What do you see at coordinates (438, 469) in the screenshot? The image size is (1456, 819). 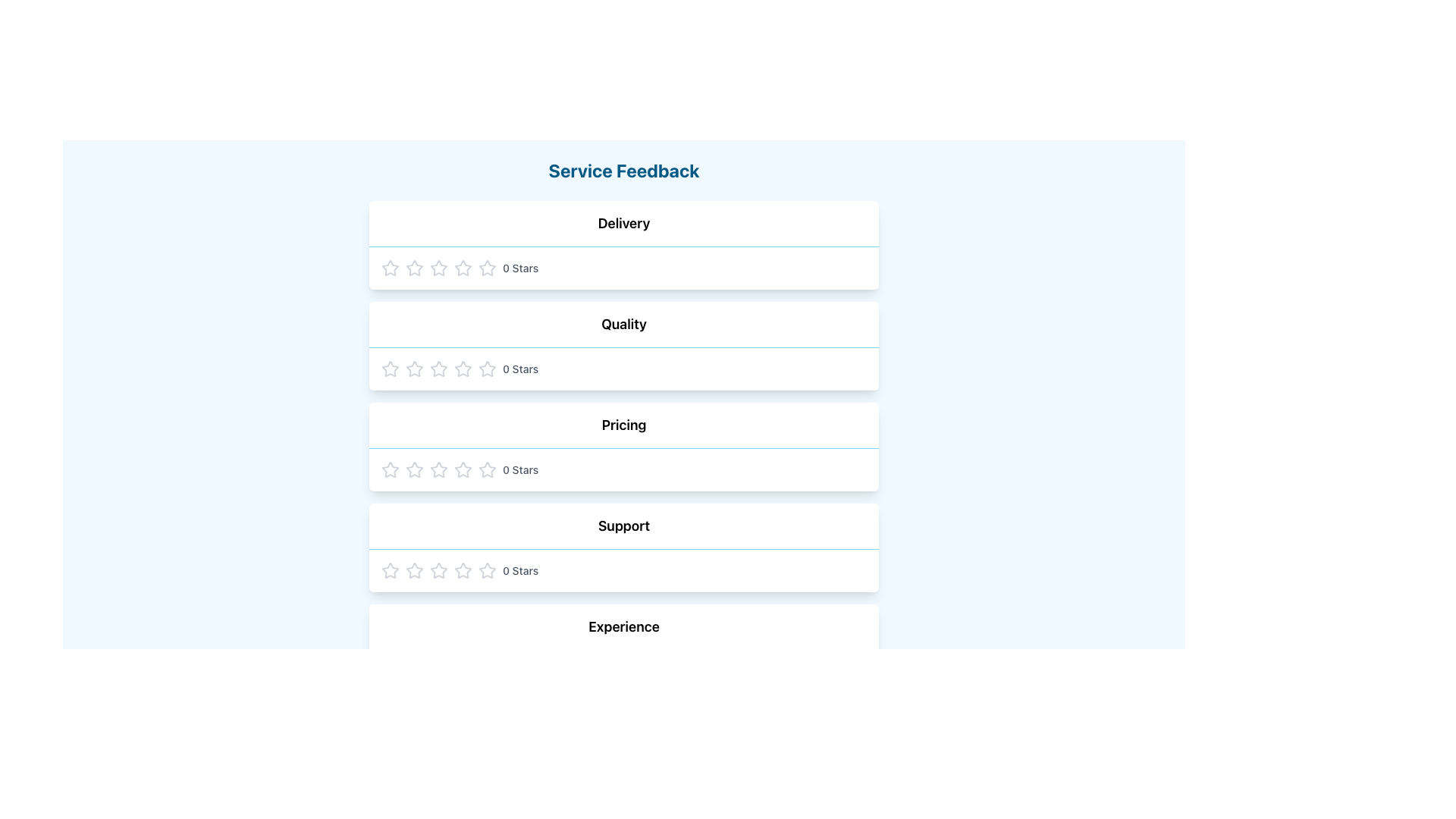 I see `the first star rating icon located under the 'Pricing' header` at bounding box center [438, 469].